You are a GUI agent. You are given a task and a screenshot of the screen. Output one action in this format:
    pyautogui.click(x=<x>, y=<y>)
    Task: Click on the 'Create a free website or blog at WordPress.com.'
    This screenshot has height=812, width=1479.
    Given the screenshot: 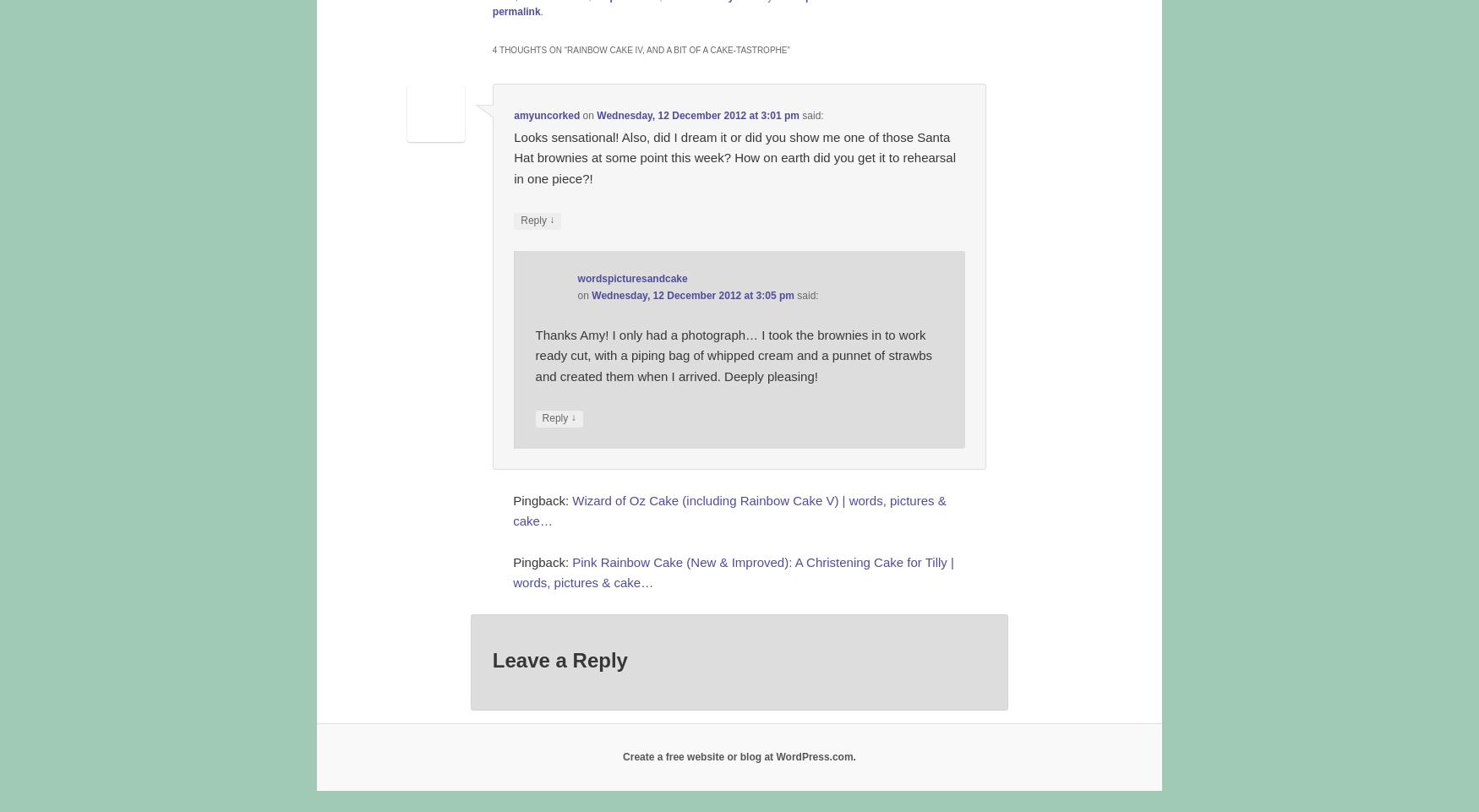 What is the action you would take?
    pyautogui.click(x=739, y=756)
    